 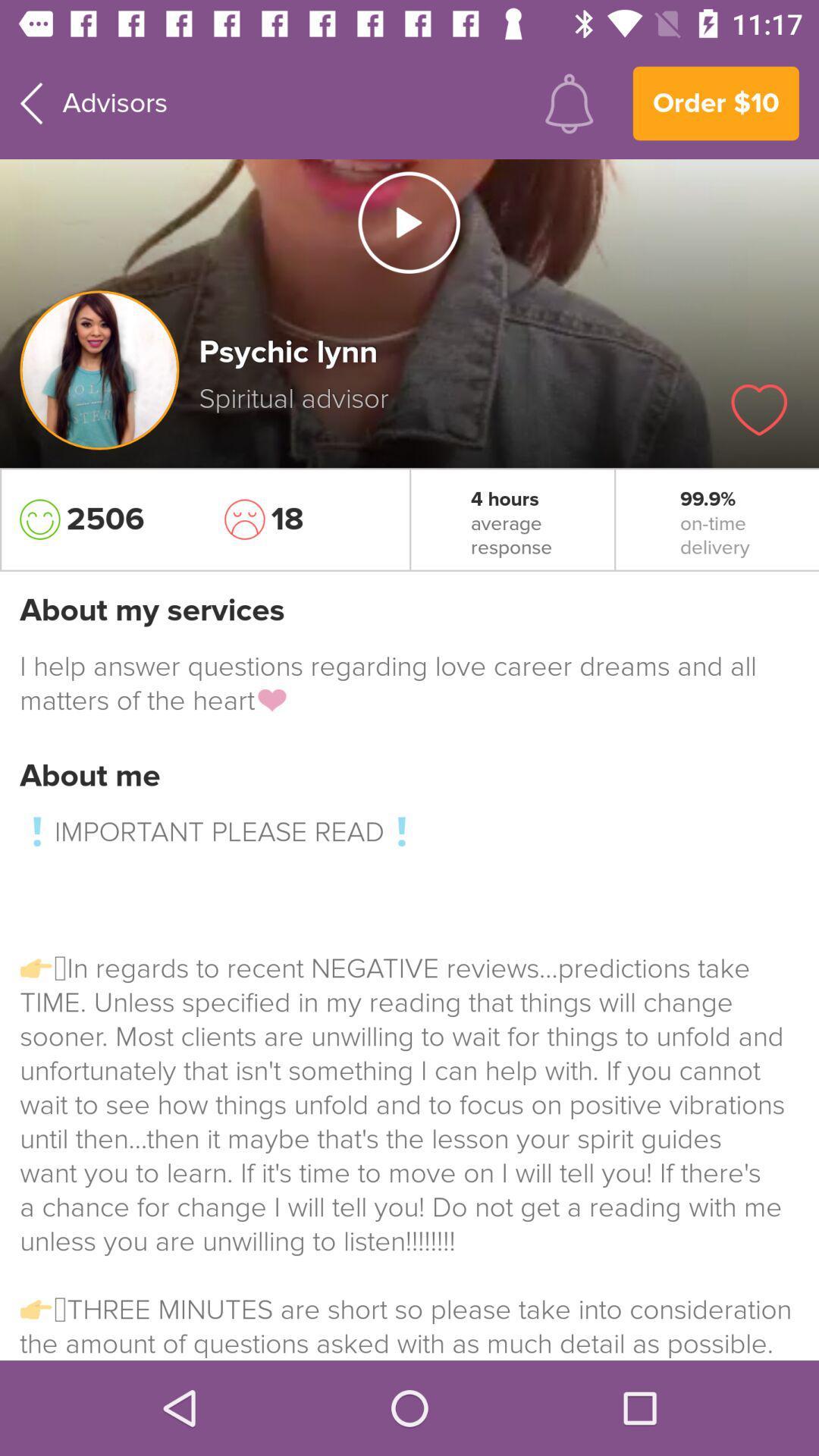 What do you see at coordinates (102, 519) in the screenshot?
I see `icon next to the 18 item` at bounding box center [102, 519].